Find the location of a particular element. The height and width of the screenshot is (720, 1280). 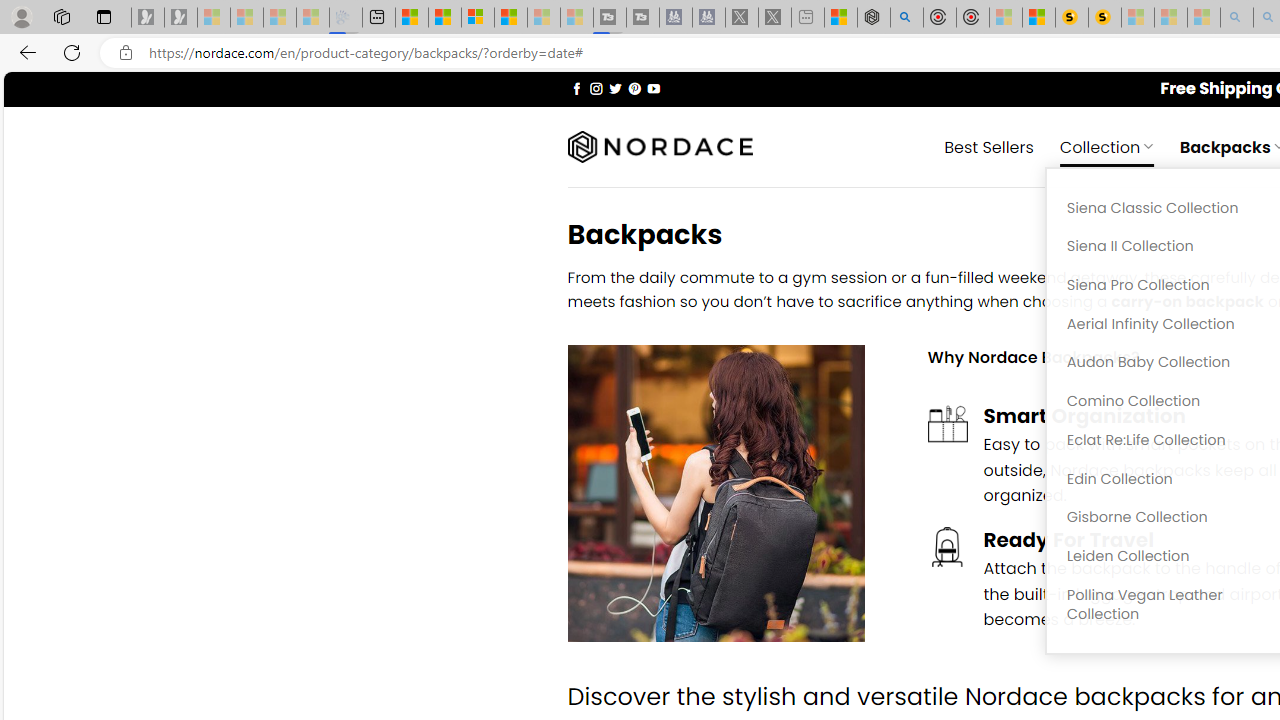

'Microsoft Start - Sleeping' is located at coordinates (544, 17).